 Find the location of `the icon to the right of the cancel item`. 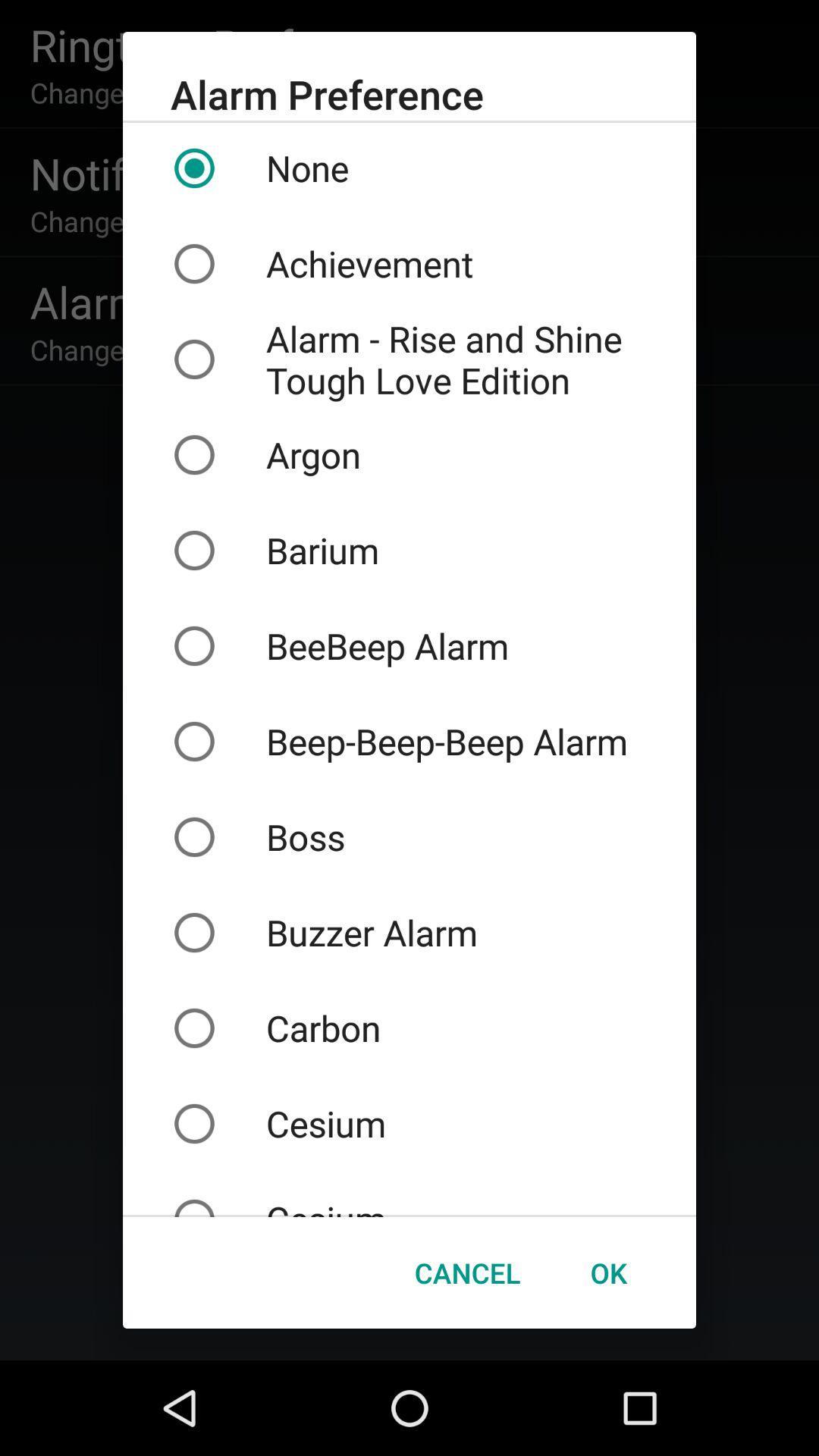

the icon to the right of the cancel item is located at coordinates (607, 1272).